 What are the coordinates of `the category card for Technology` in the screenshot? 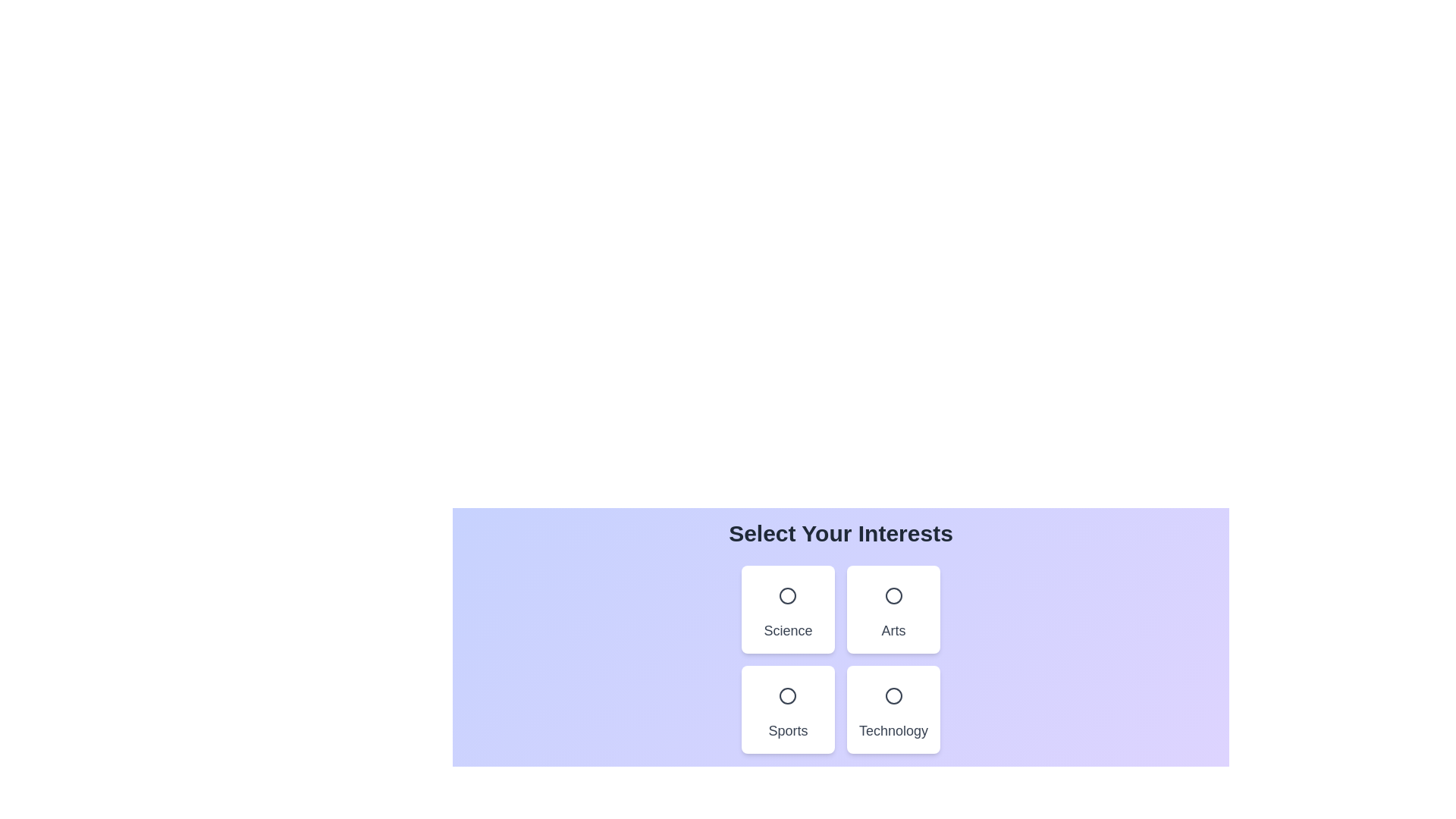 It's located at (893, 710).